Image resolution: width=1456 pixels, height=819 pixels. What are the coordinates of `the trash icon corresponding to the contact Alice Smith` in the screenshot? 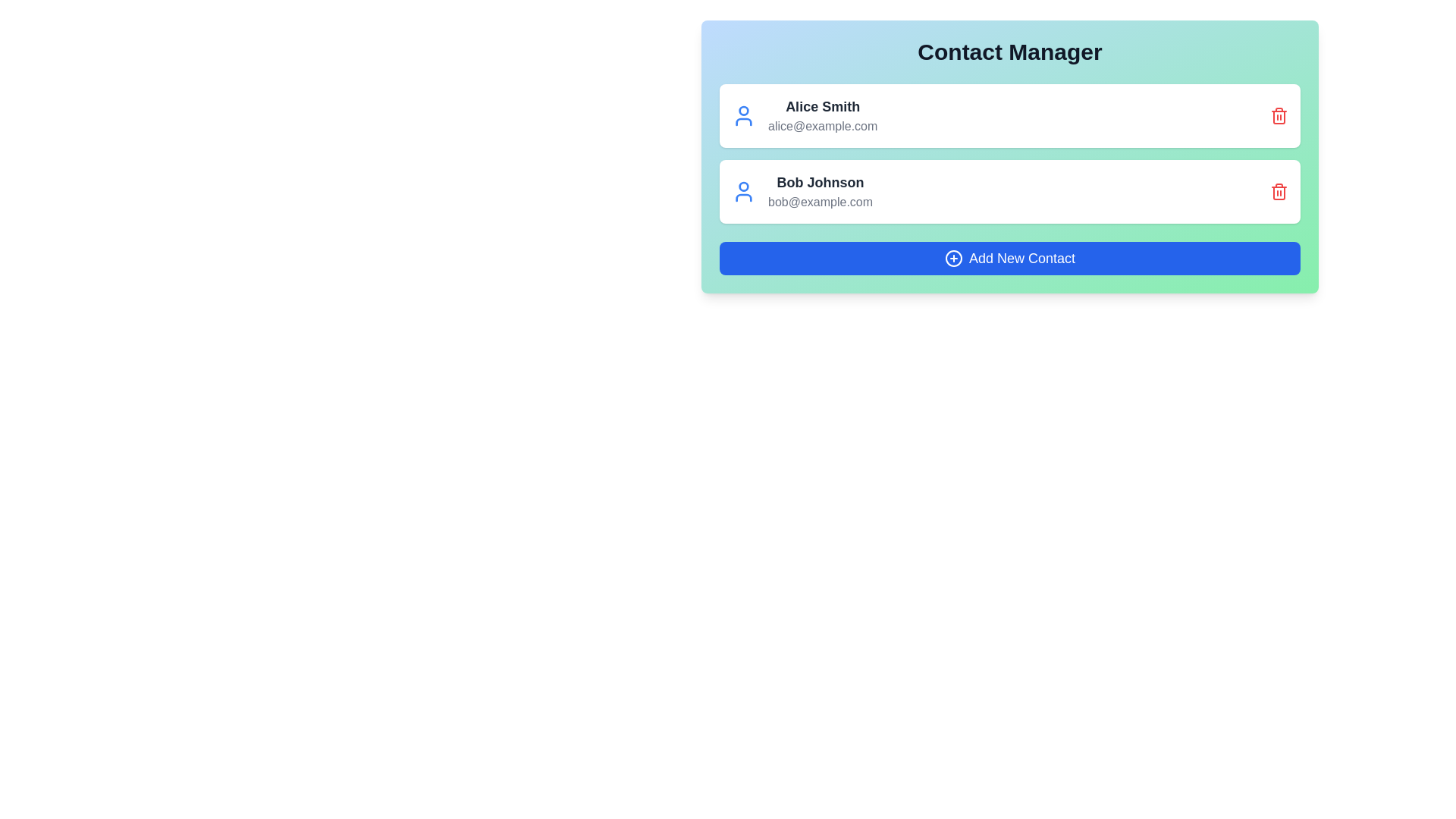 It's located at (1278, 115).